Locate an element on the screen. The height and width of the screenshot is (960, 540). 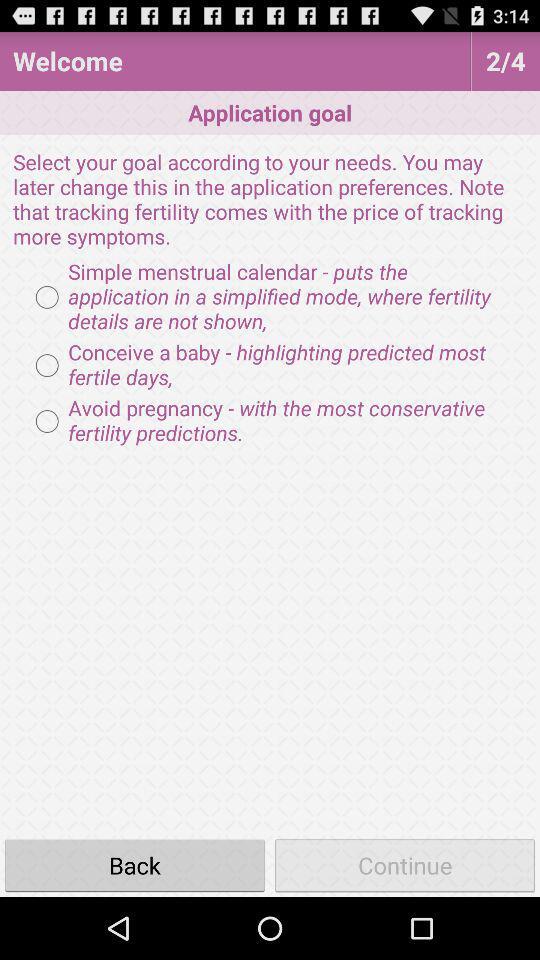
item to the right of the back icon is located at coordinates (405, 864).